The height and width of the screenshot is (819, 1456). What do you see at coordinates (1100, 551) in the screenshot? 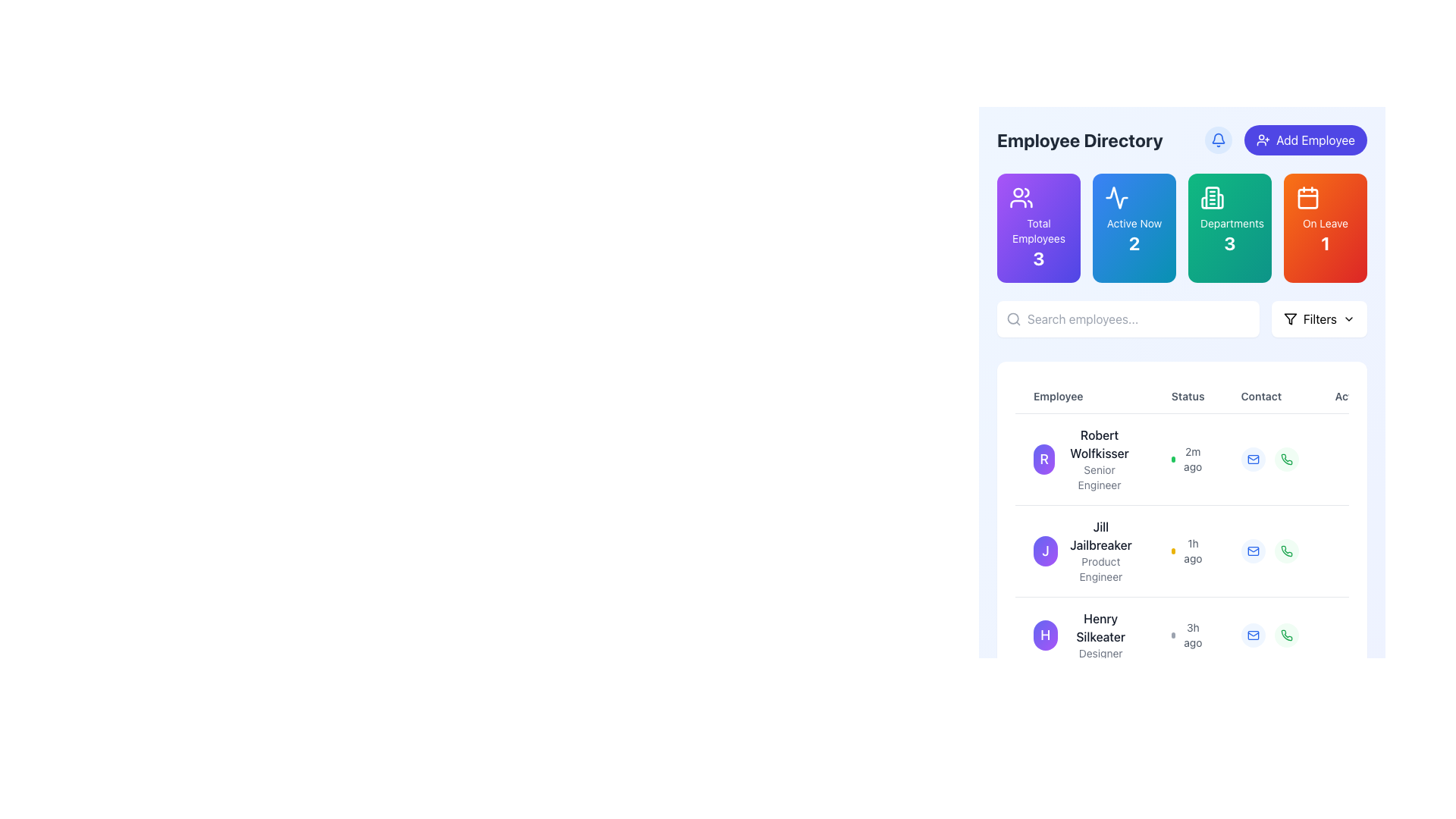
I see `displayed name 'Jill Jailbreaker' and job title 'Product Engineer' from the Text display component in the Employee Directory section, located in the second row of entries` at bounding box center [1100, 551].